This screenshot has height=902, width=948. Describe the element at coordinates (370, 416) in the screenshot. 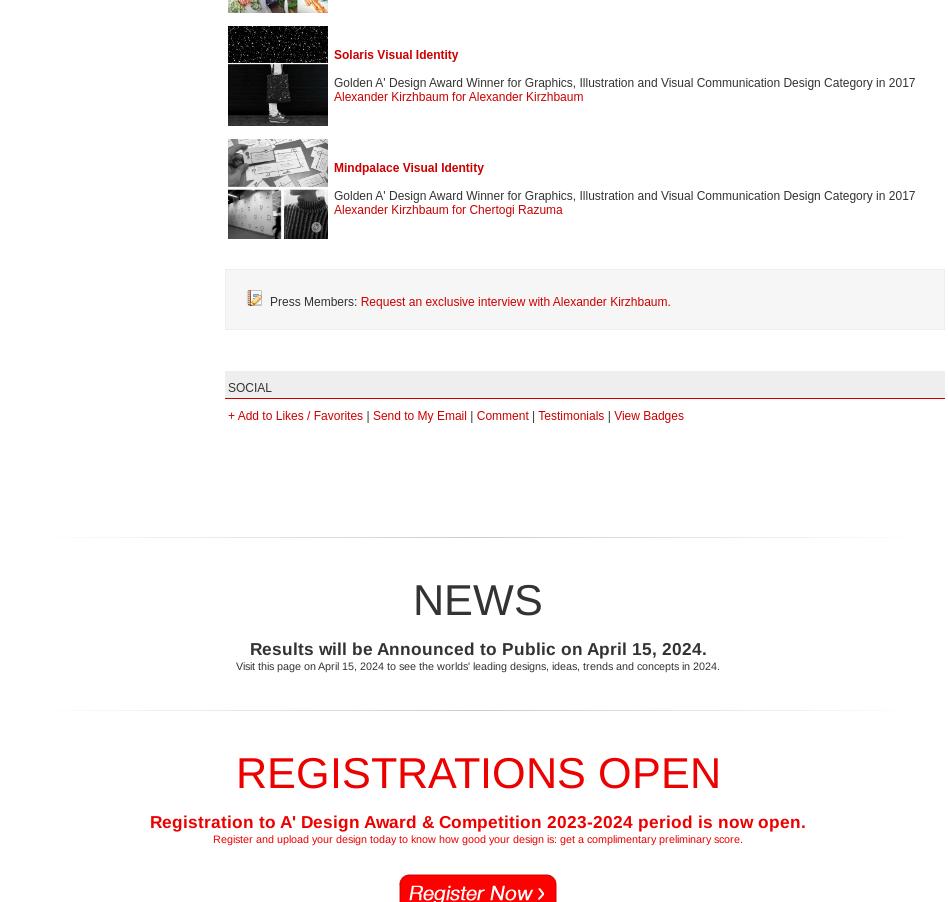

I see `'Send to My Email'` at that location.